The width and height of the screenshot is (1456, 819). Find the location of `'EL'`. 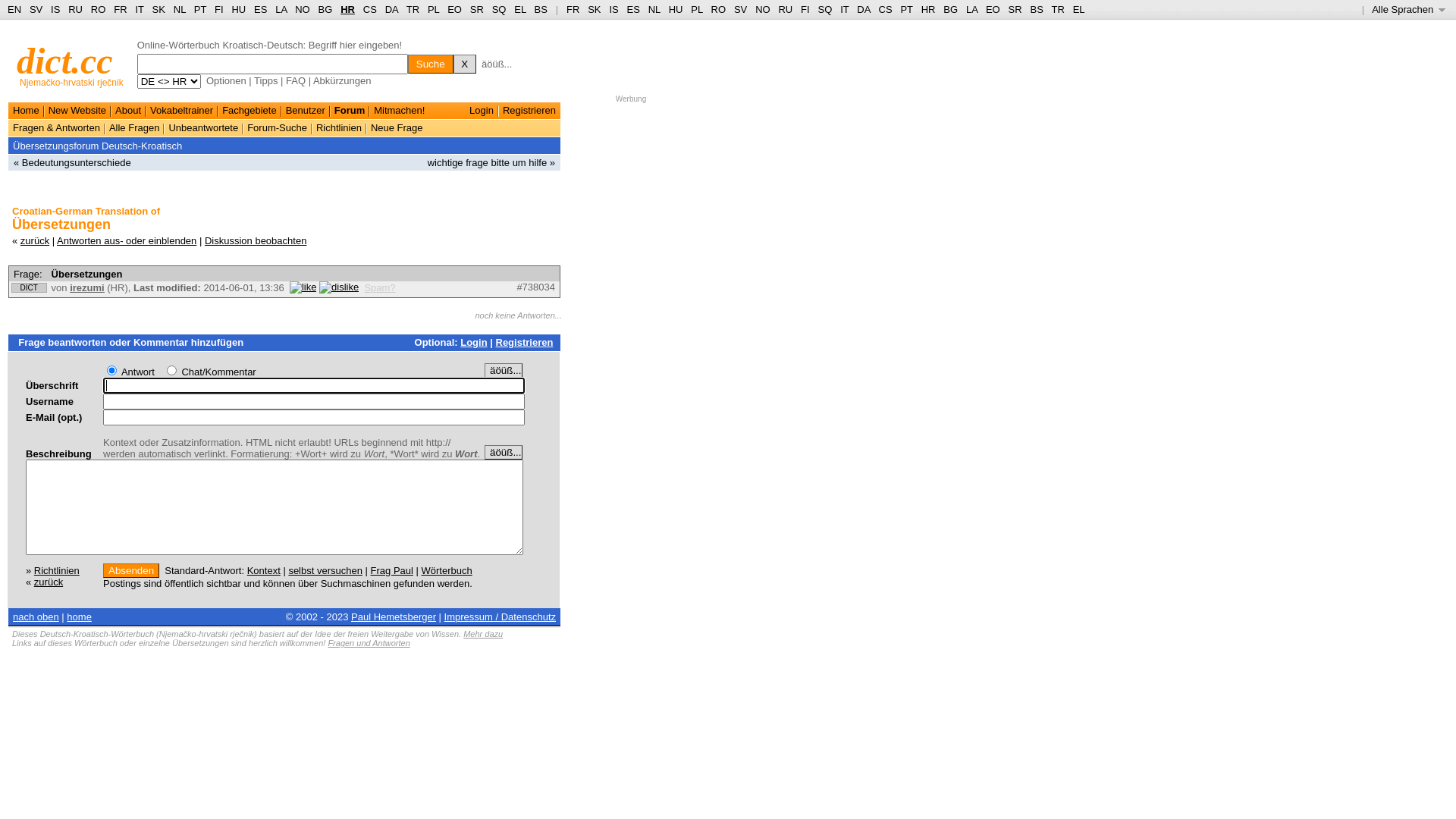

'EL' is located at coordinates (519, 9).